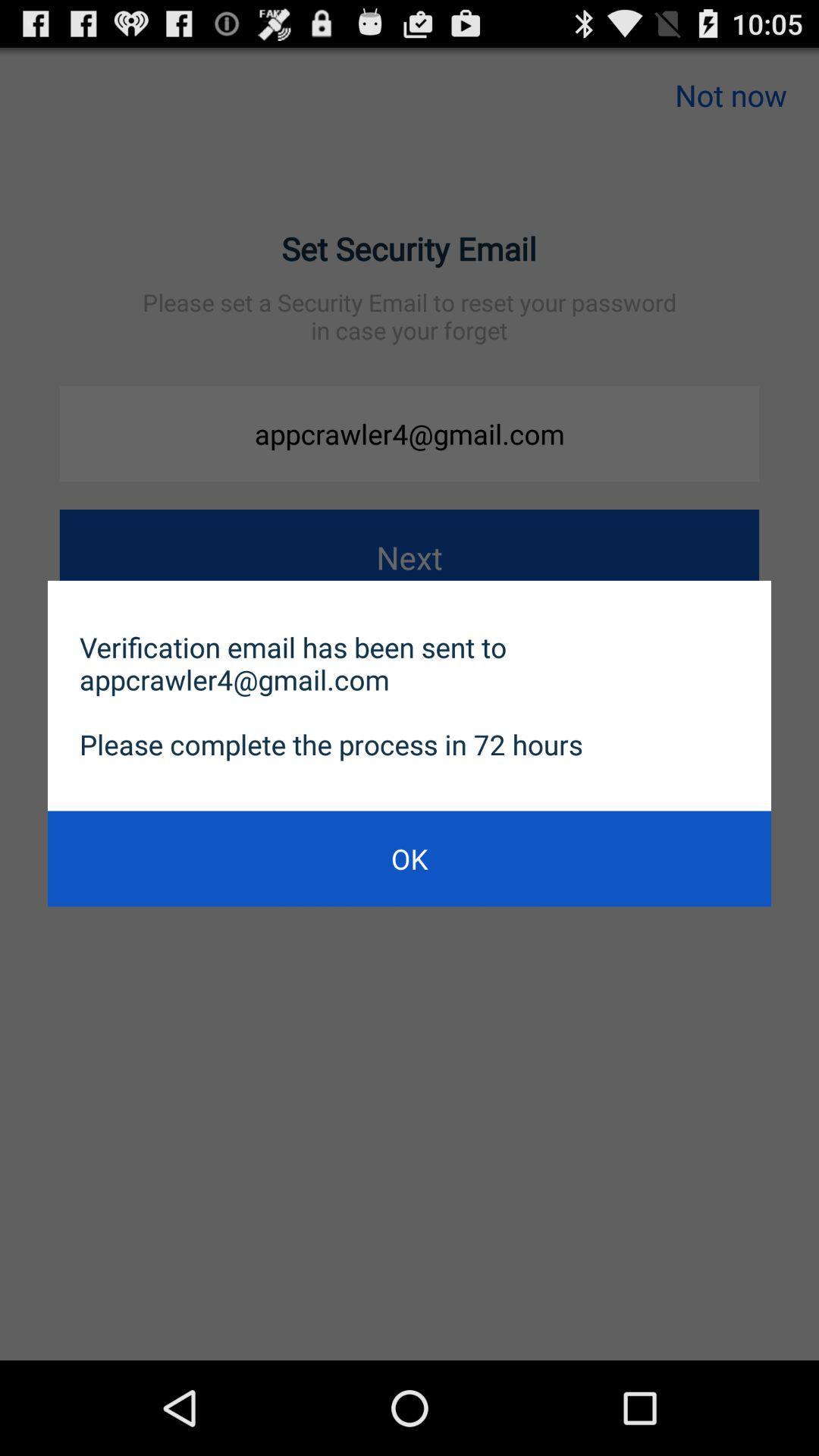 This screenshot has width=819, height=1456. I want to click on the ok icon, so click(409, 858).